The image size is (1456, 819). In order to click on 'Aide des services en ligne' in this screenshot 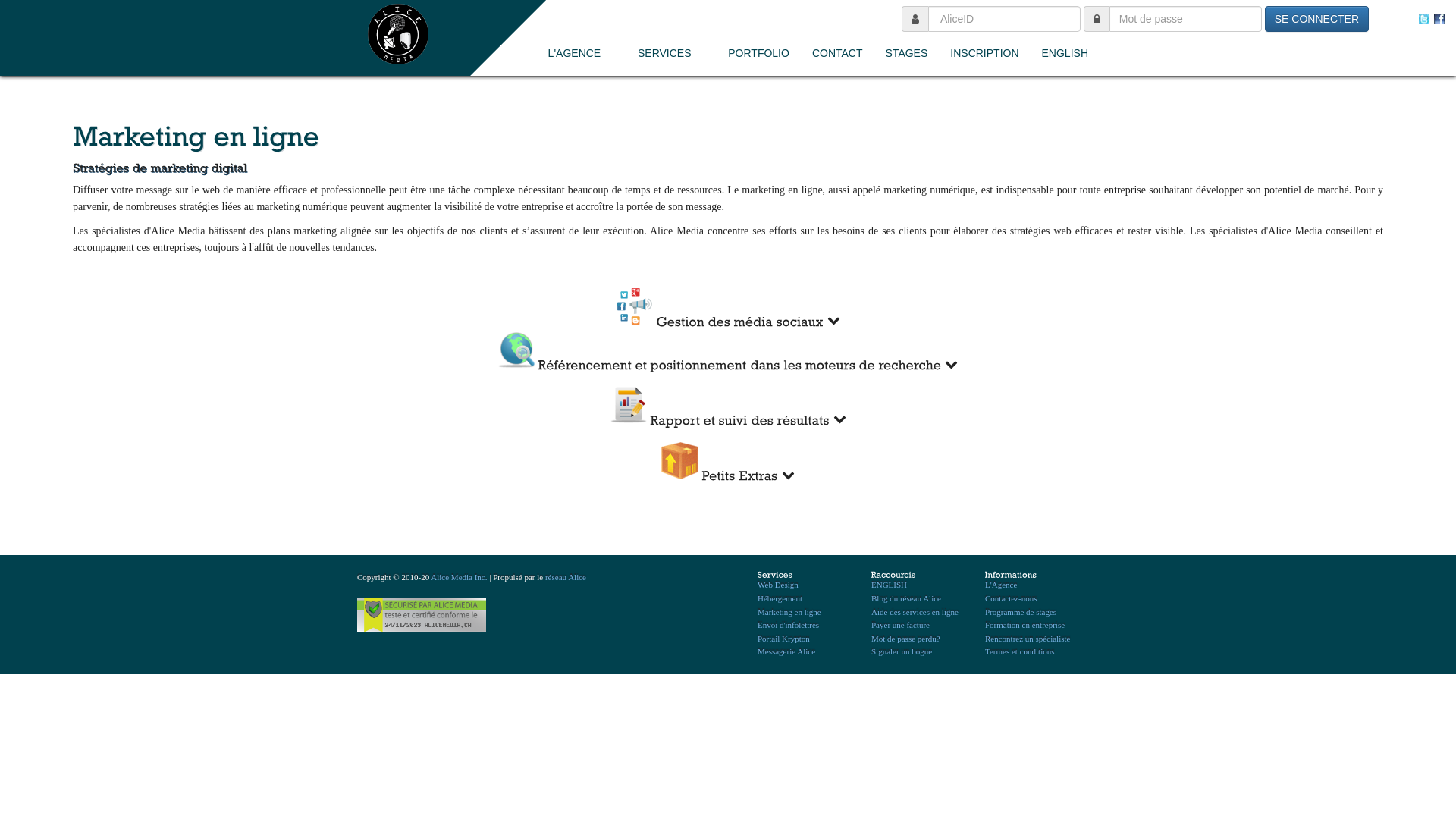, I will do `click(914, 610)`.